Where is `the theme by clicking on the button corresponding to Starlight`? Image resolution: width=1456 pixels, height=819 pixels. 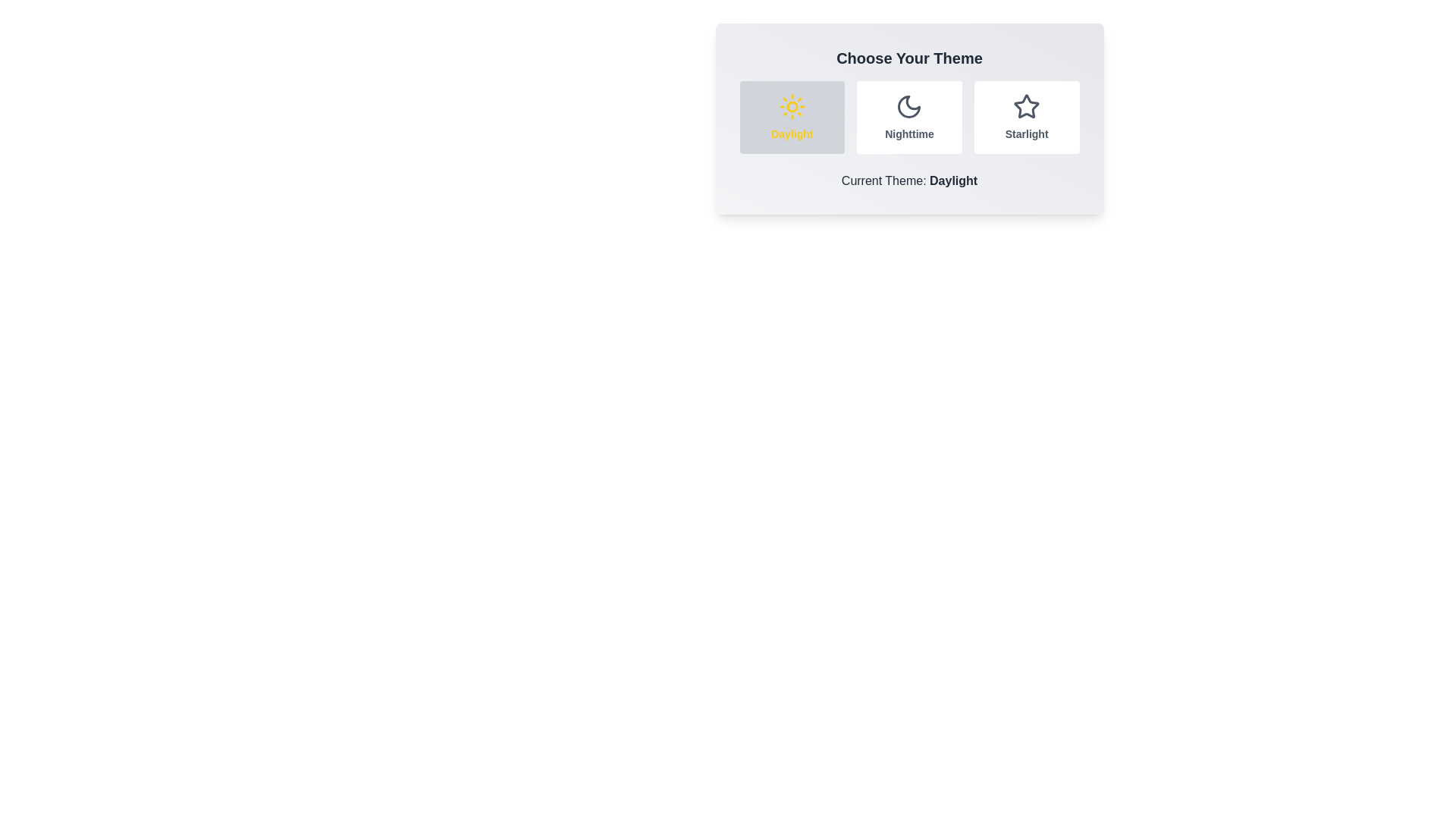
the theme by clicking on the button corresponding to Starlight is located at coordinates (1027, 116).